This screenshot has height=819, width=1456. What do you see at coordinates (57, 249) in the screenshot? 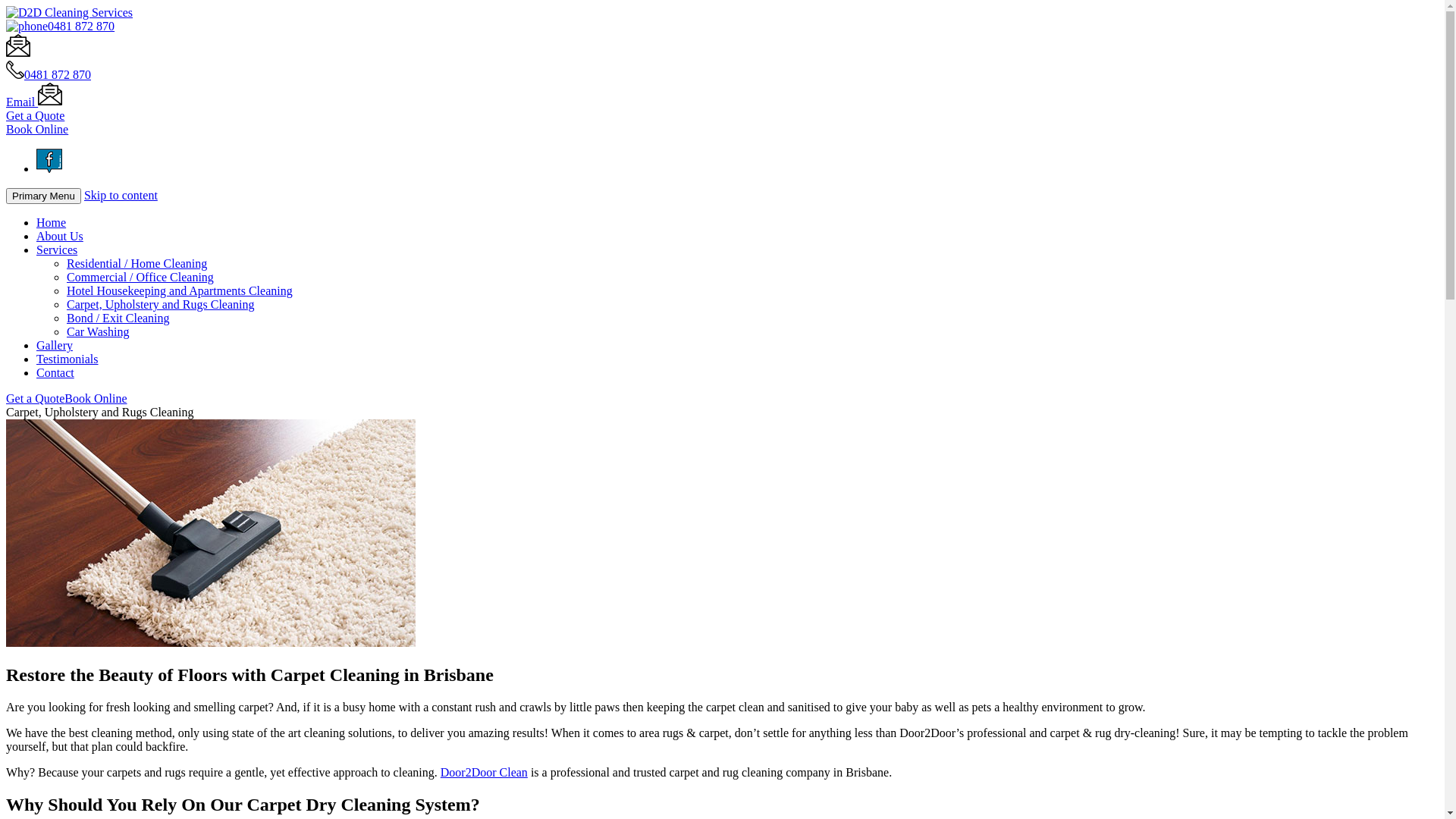
I see `'Services'` at bounding box center [57, 249].